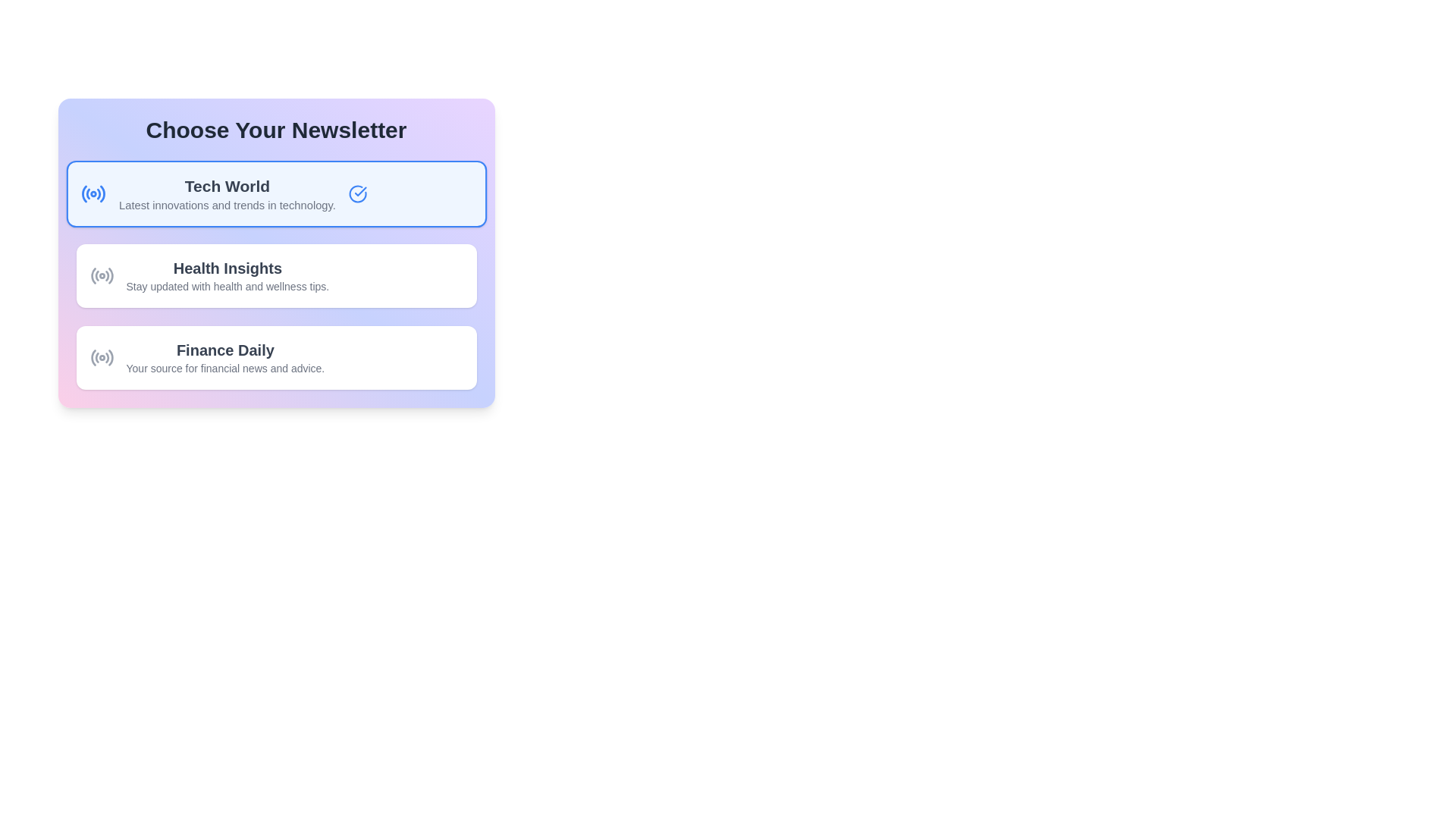 The width and height of the screenshot is (1456, 819). I want to click on the second segment of the curved lines in the blue radio-like icon within the 'Tech World' button, so click(86, 193).